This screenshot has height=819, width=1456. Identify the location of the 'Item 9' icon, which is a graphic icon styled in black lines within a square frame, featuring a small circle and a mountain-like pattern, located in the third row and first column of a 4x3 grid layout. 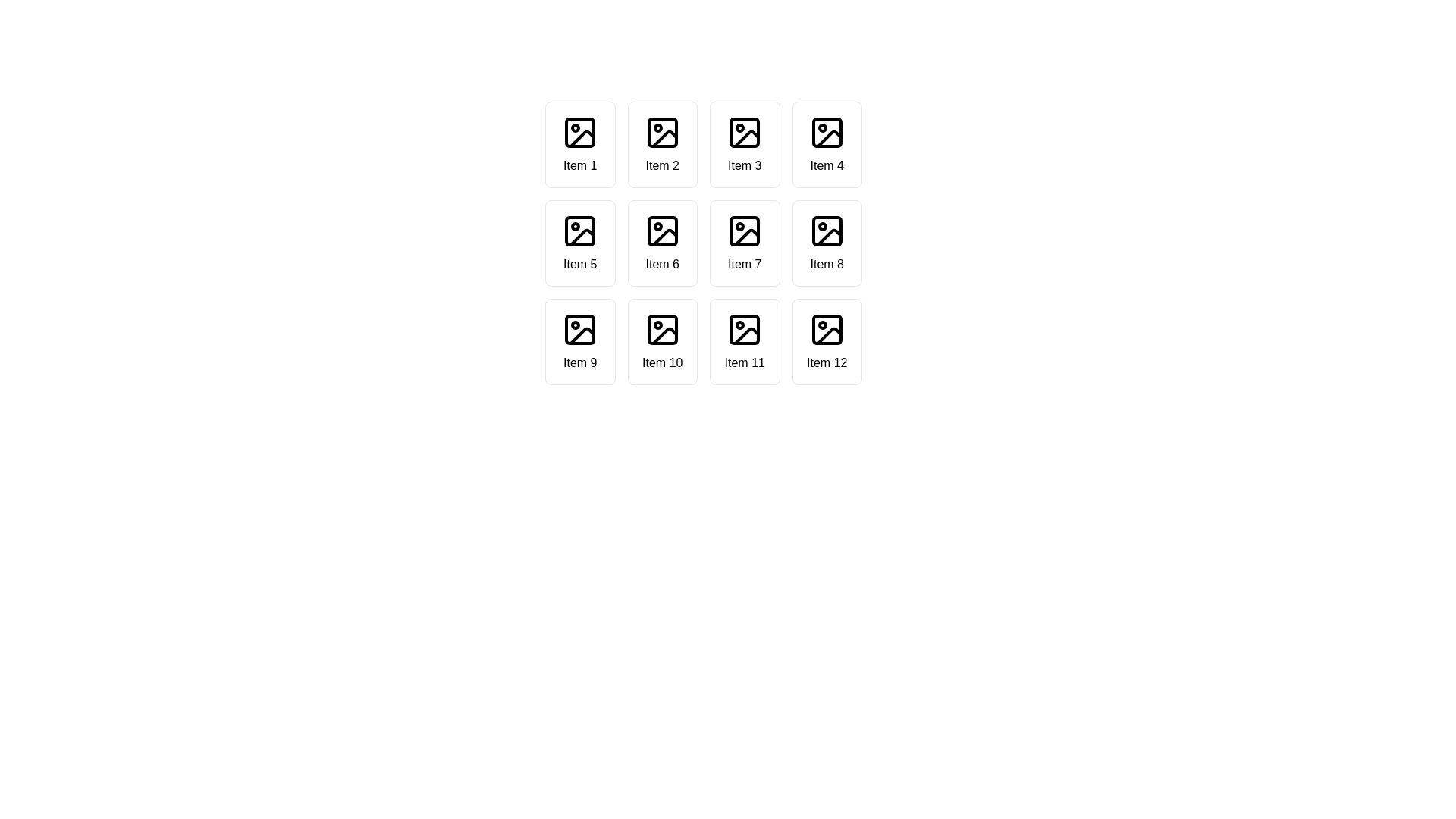
(579, 329).